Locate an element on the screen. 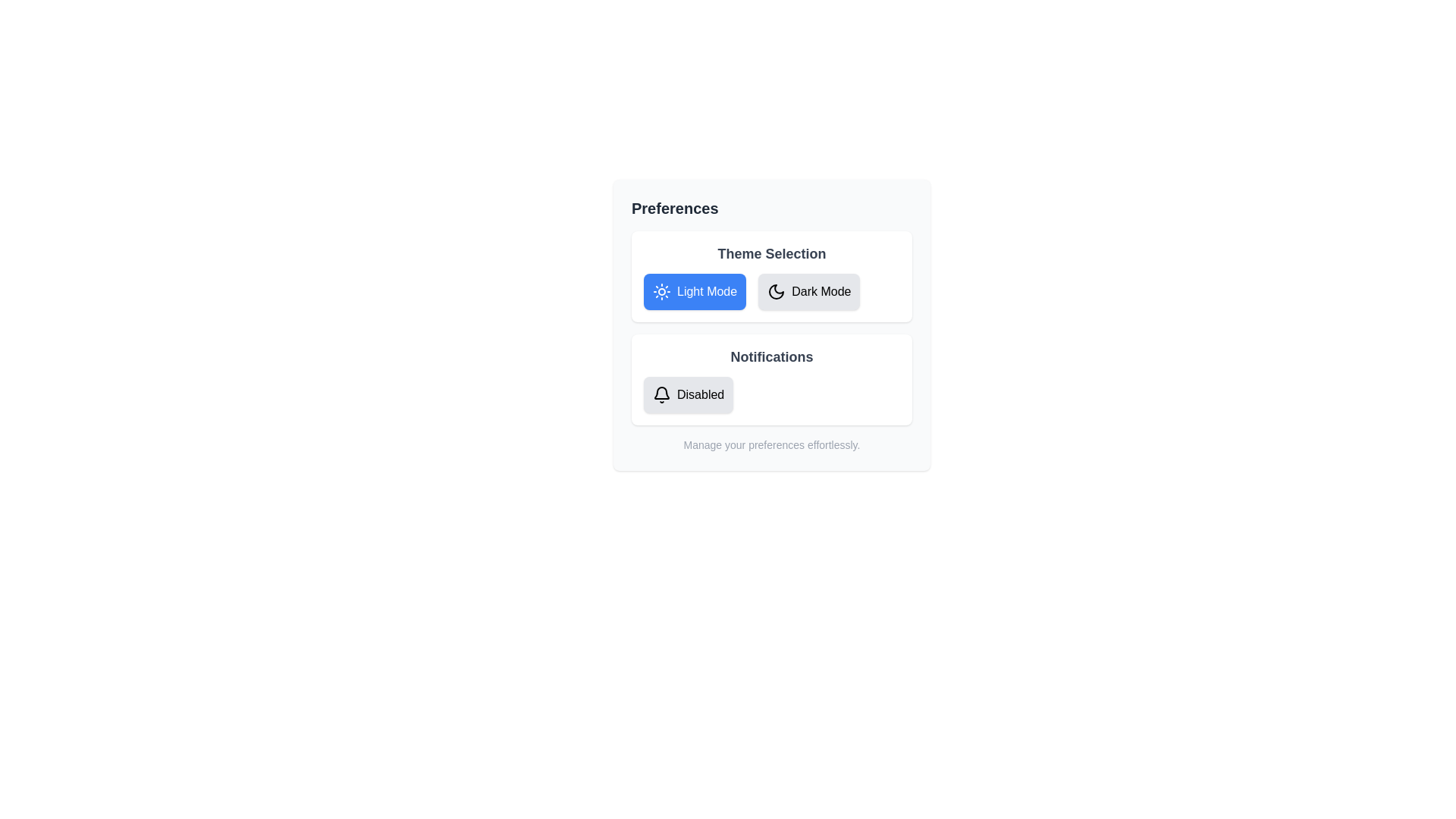  the notification settings icon located within the 'Disabled' button in the preference settings section is located at coordinates (662, 394).